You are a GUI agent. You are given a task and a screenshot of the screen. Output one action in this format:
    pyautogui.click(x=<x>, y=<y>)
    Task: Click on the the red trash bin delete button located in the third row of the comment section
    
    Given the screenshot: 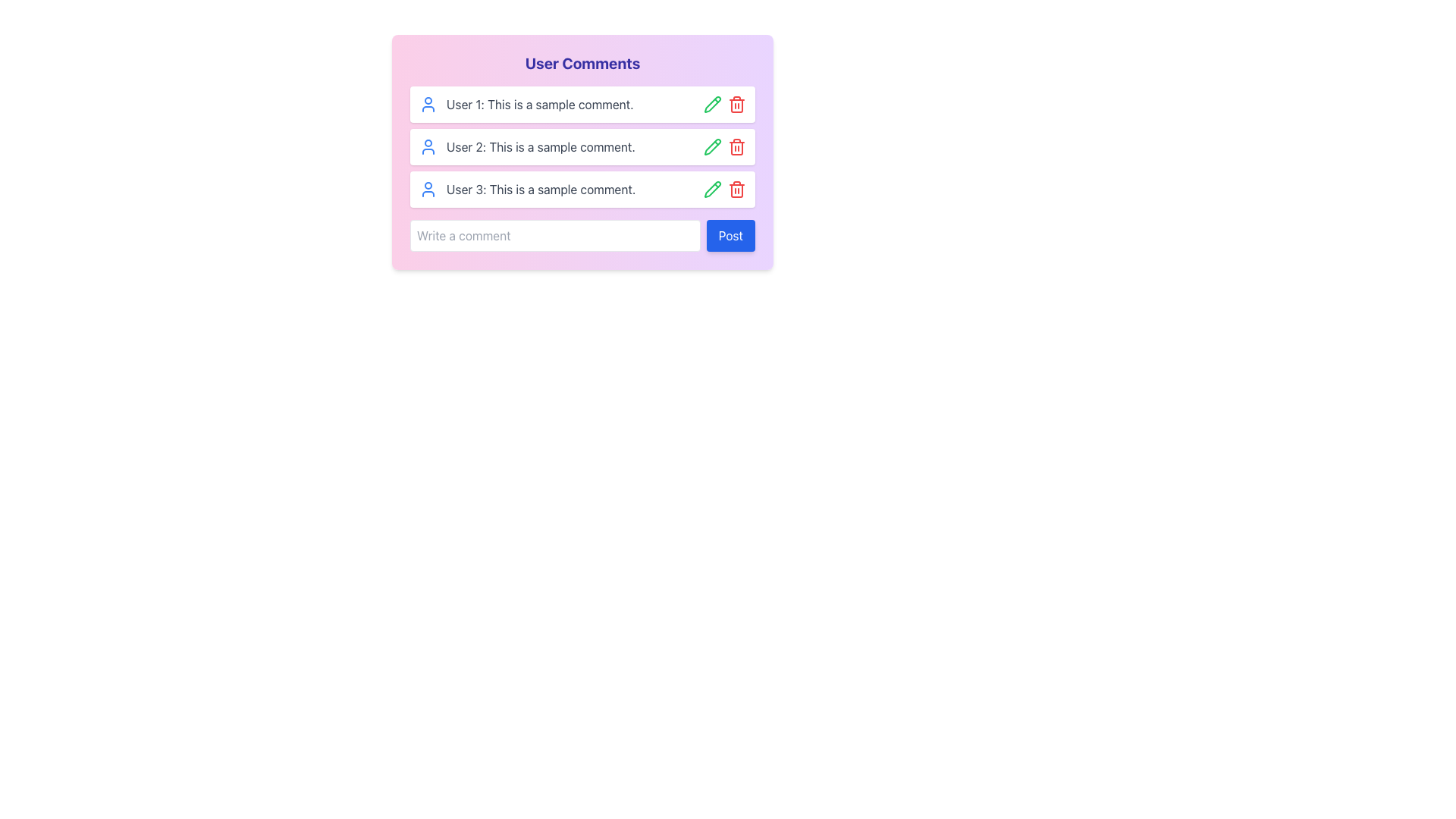 What is the action you would take?
    pyautogui.click(x=736, y=189)
    